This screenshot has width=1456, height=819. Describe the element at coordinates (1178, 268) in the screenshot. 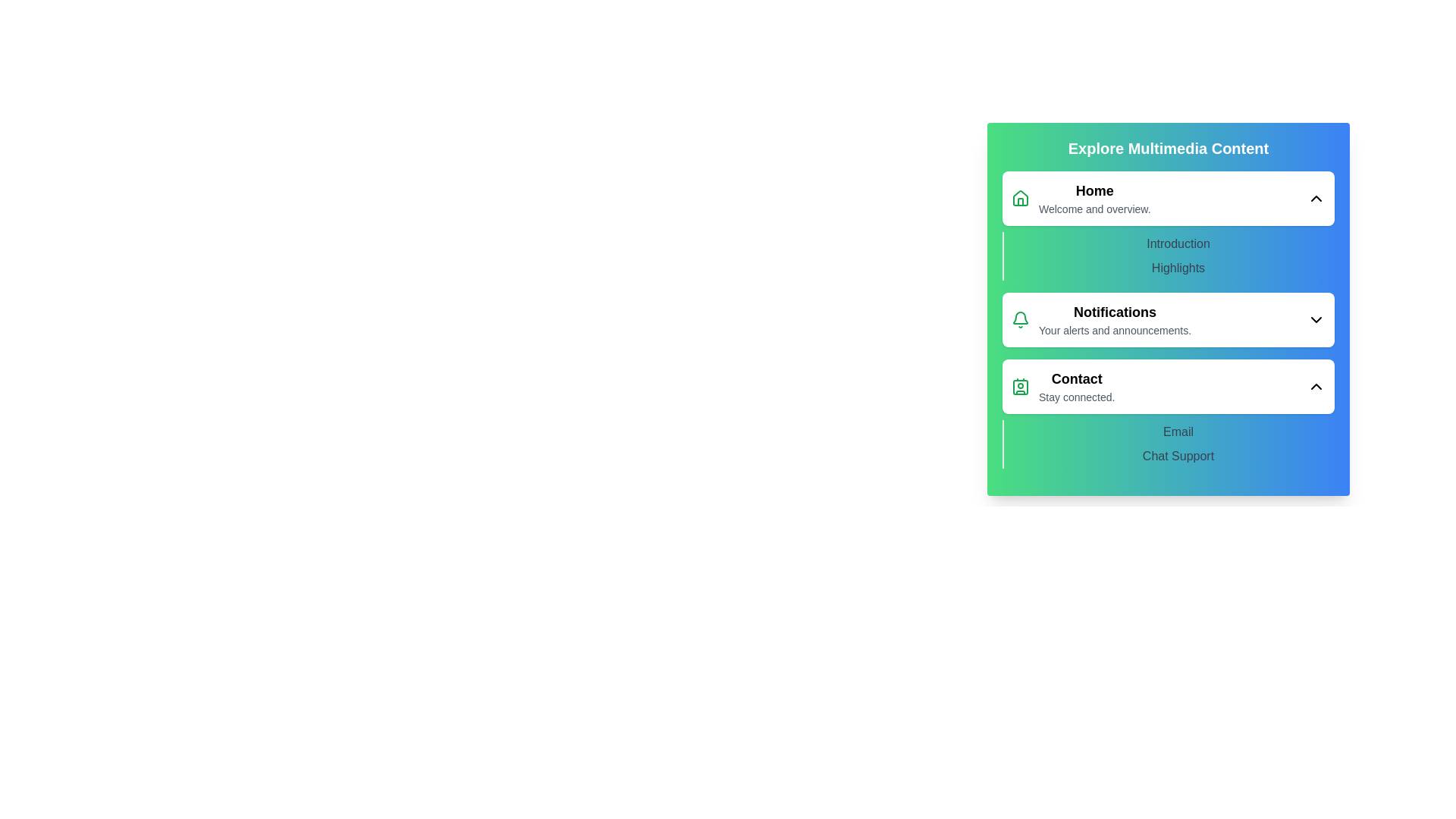

I see `the sub-item Highlights within the expanded menu` at that location.